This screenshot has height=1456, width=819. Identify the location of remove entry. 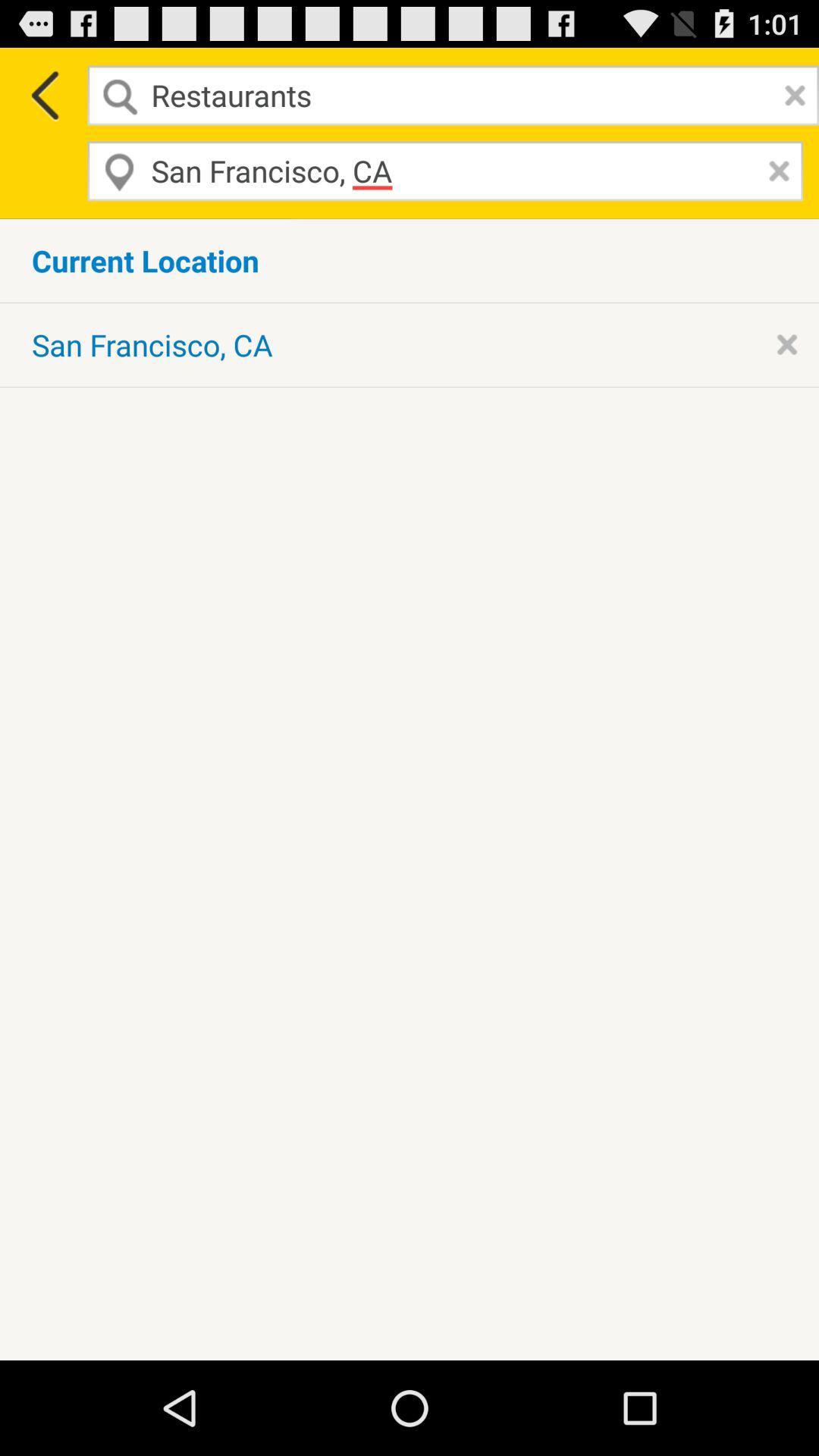
(775, 171).